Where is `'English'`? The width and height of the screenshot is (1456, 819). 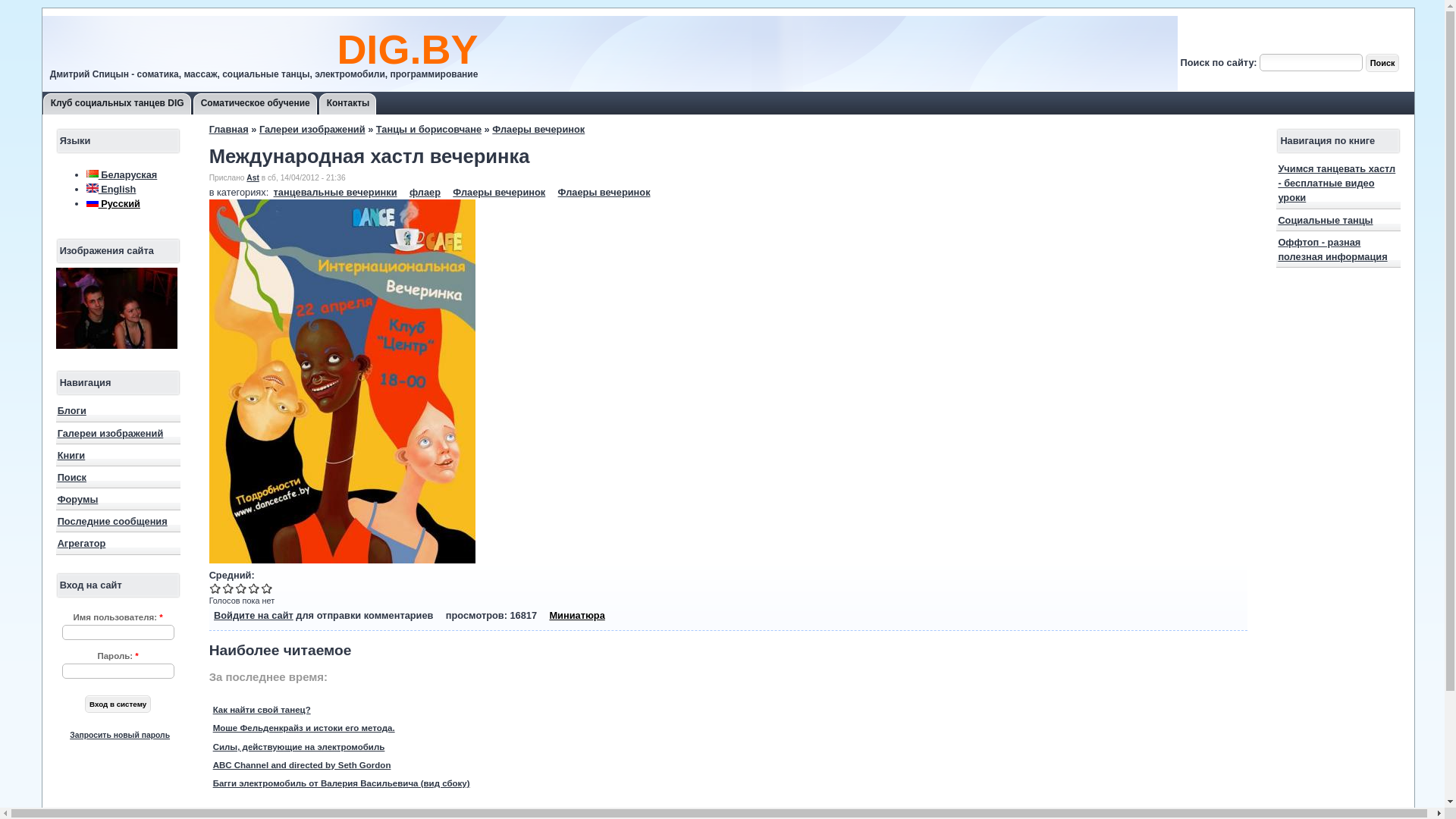
'English' is located at coordinates (91, 187).